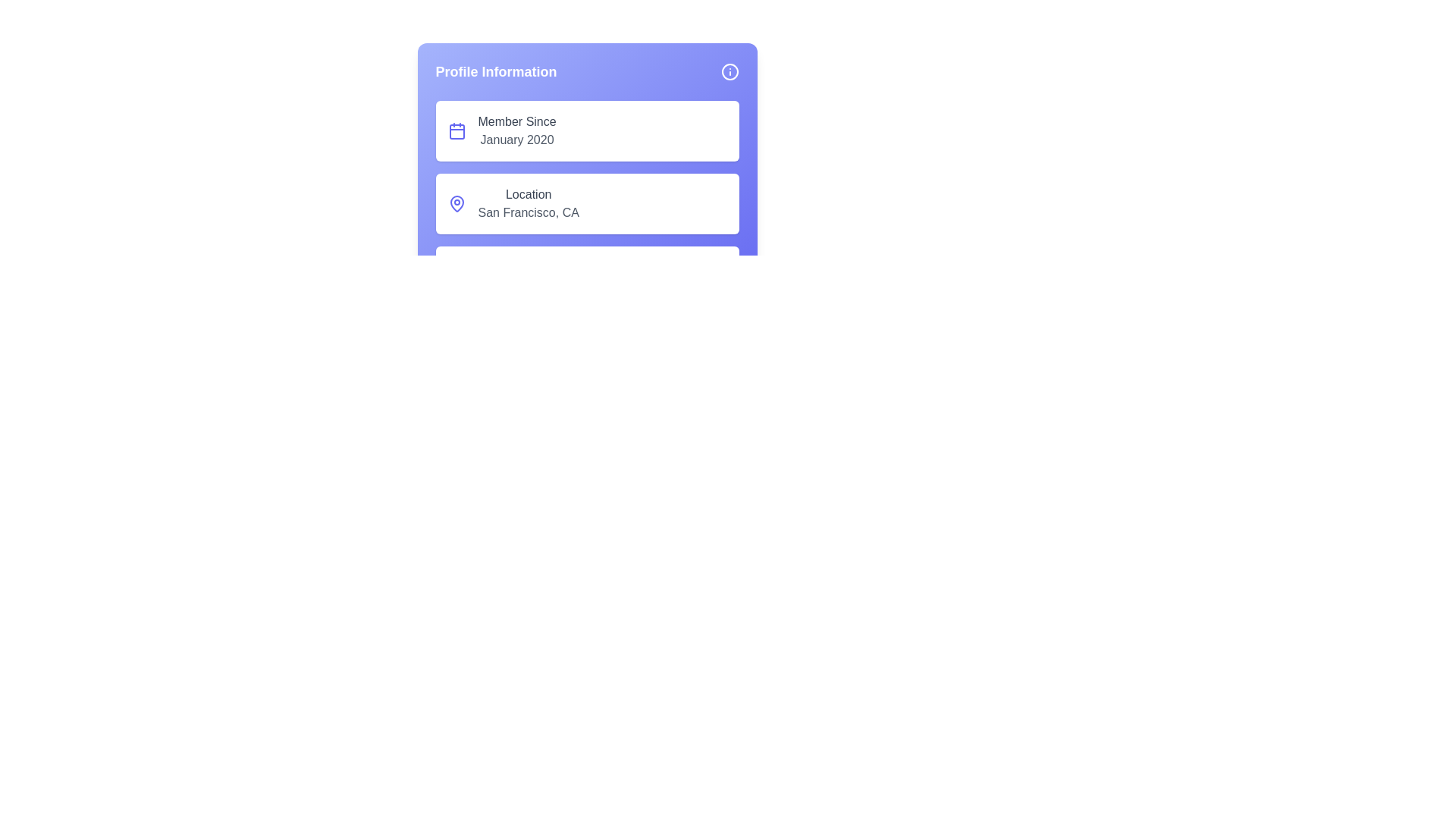  Describe the element at coordinates (517, 121) in the screenshot. I see `the static text label indicating the significance of the membership date in the 'Profile Information' section, positioned above 'January 2020'` at that location.